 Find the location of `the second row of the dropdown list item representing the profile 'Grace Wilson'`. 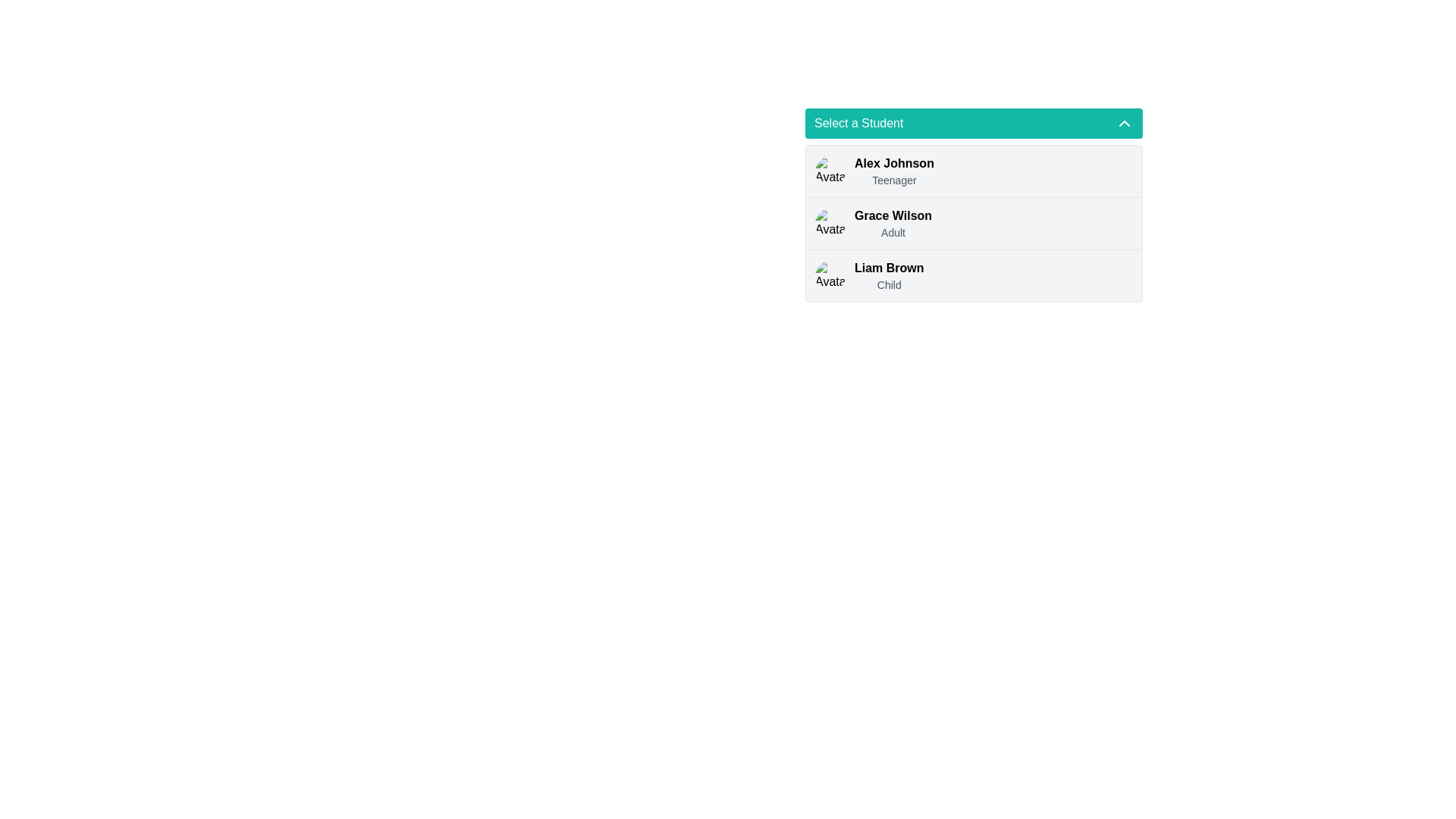

the second row of the dropdown list item representing the profile 'Grace Wilson' is located at coordinates (974, 223).